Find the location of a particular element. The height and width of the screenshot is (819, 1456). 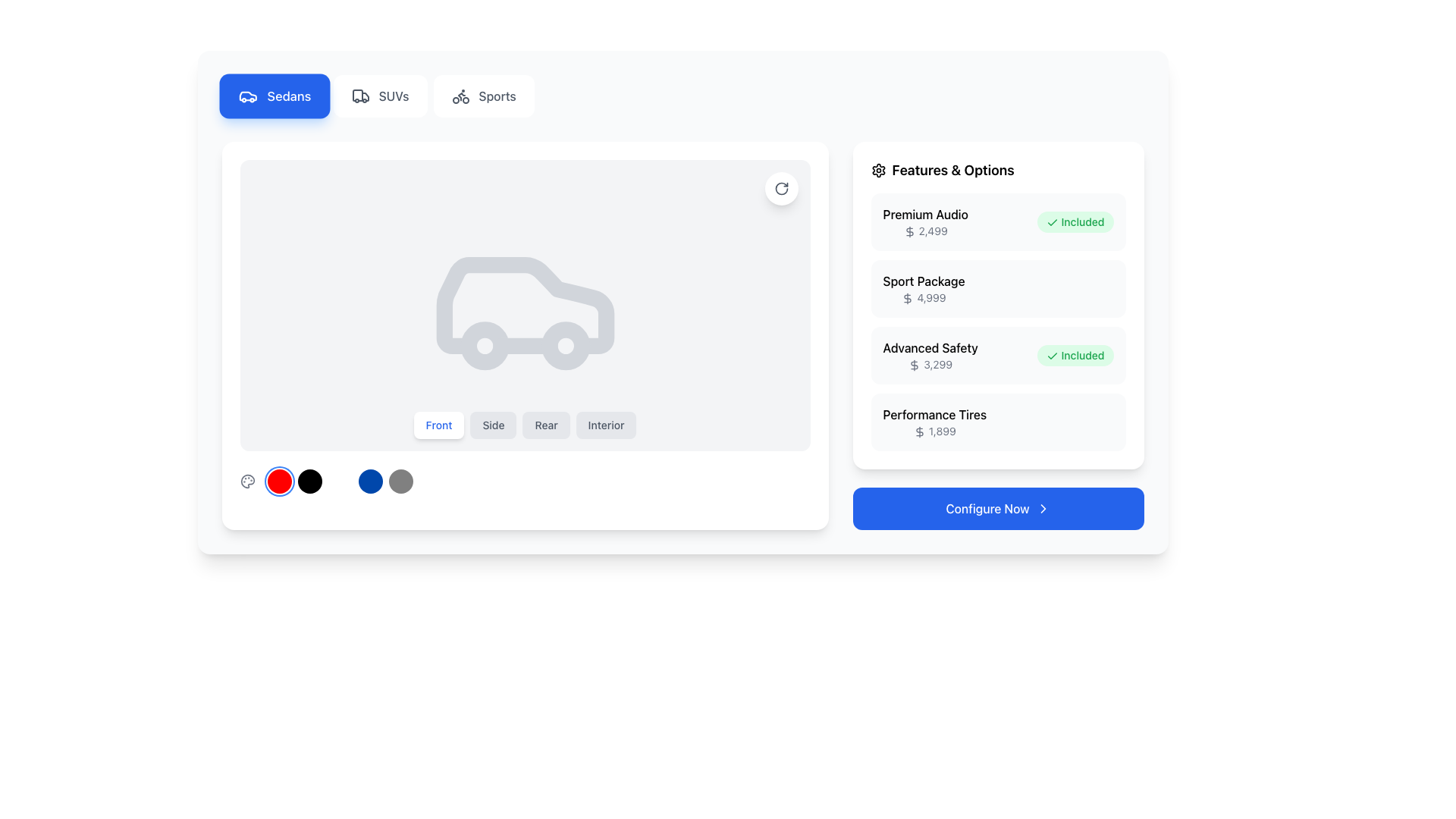

the car icon located within the Sedans button, positioned towards the left side of the button, just before the text 'Sedans' is located at coordinates (247, 96).